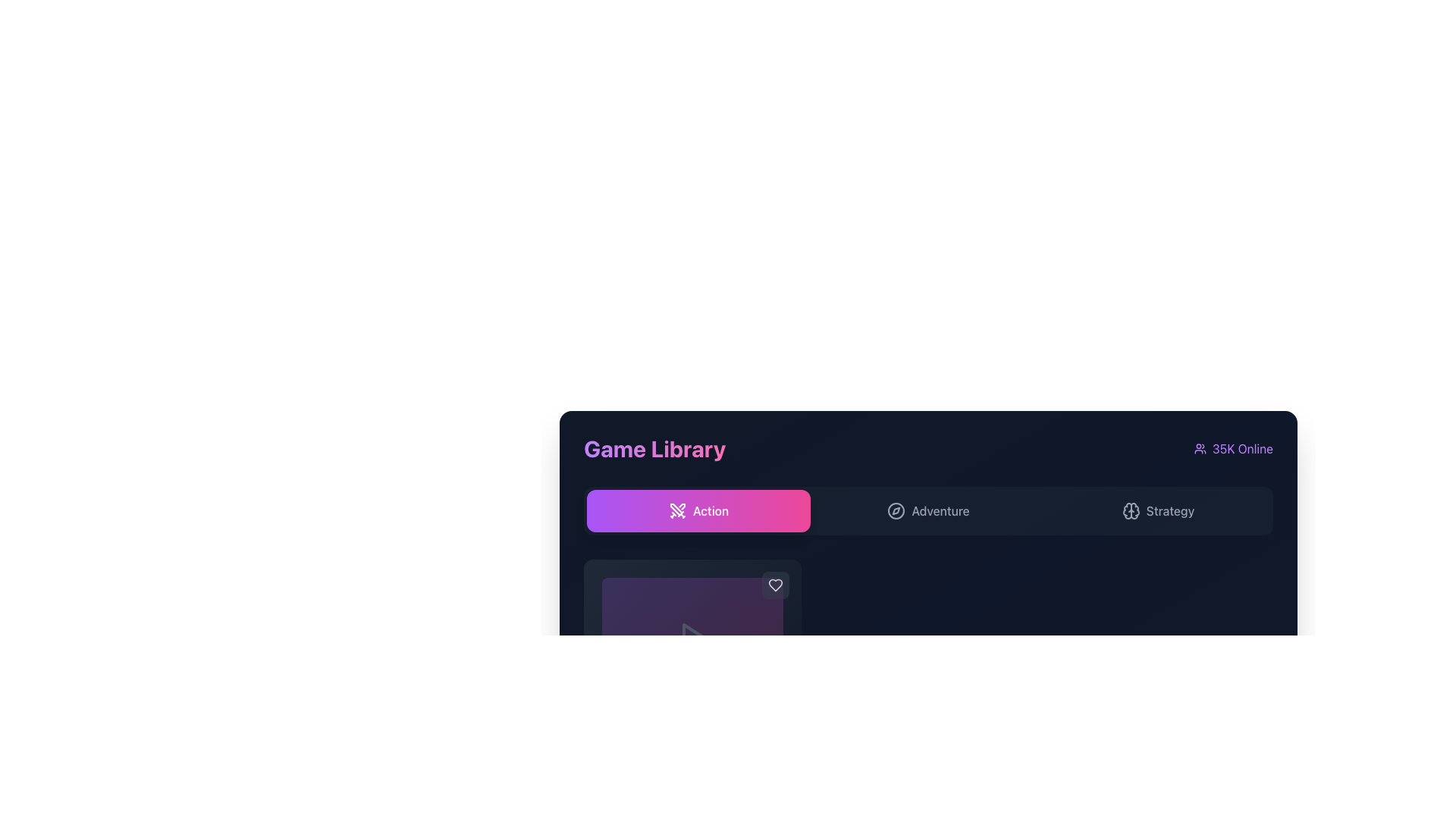 This screenshot has width=1456, height=819. What do you see at coordinates (693, 638) in the screenshot?
I see `the play-related action icon located near the center of the 'Action' category button` at bounding box center [693, 638].